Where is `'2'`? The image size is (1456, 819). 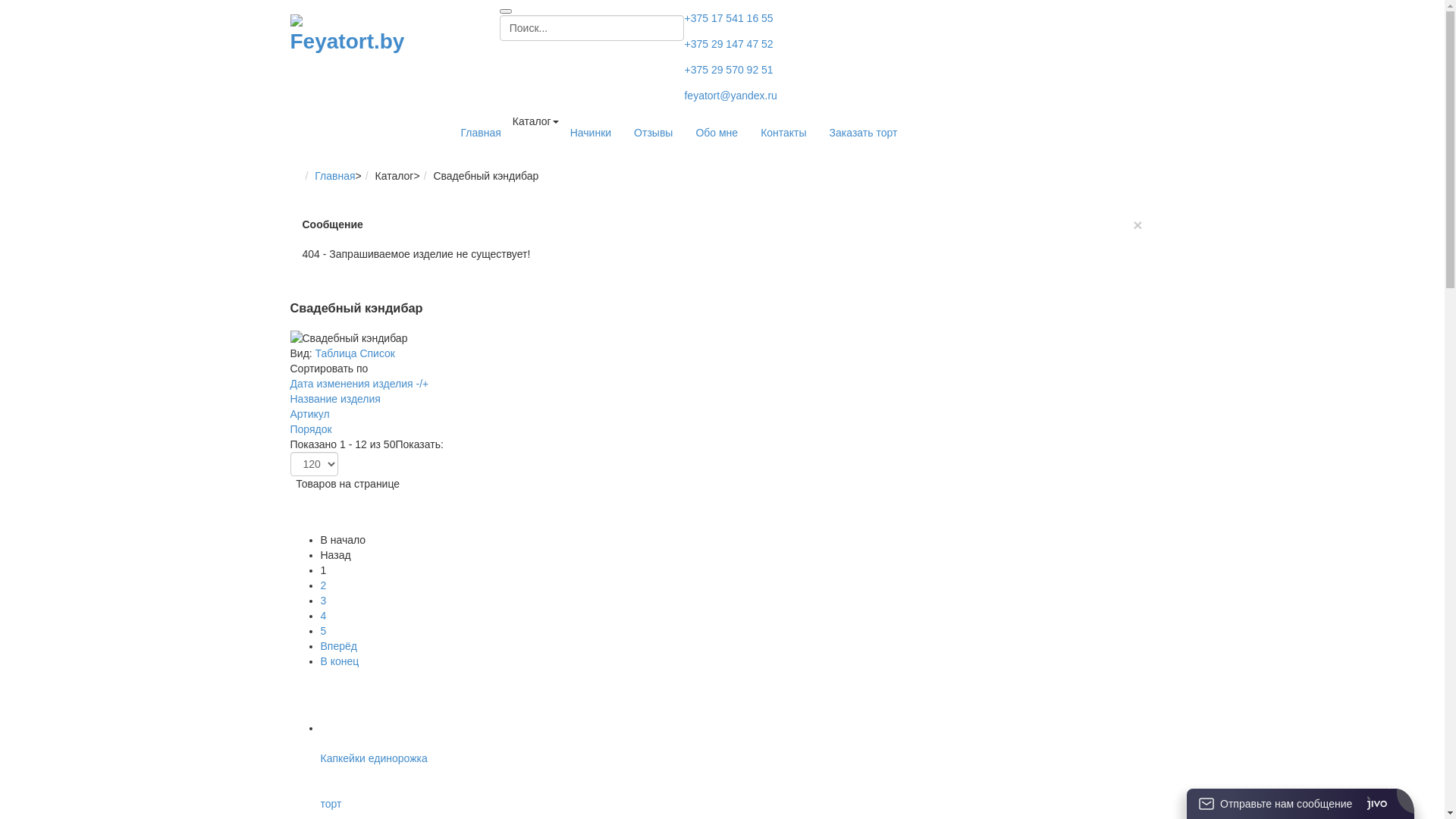
'2' is located at coordinates (322, 584).